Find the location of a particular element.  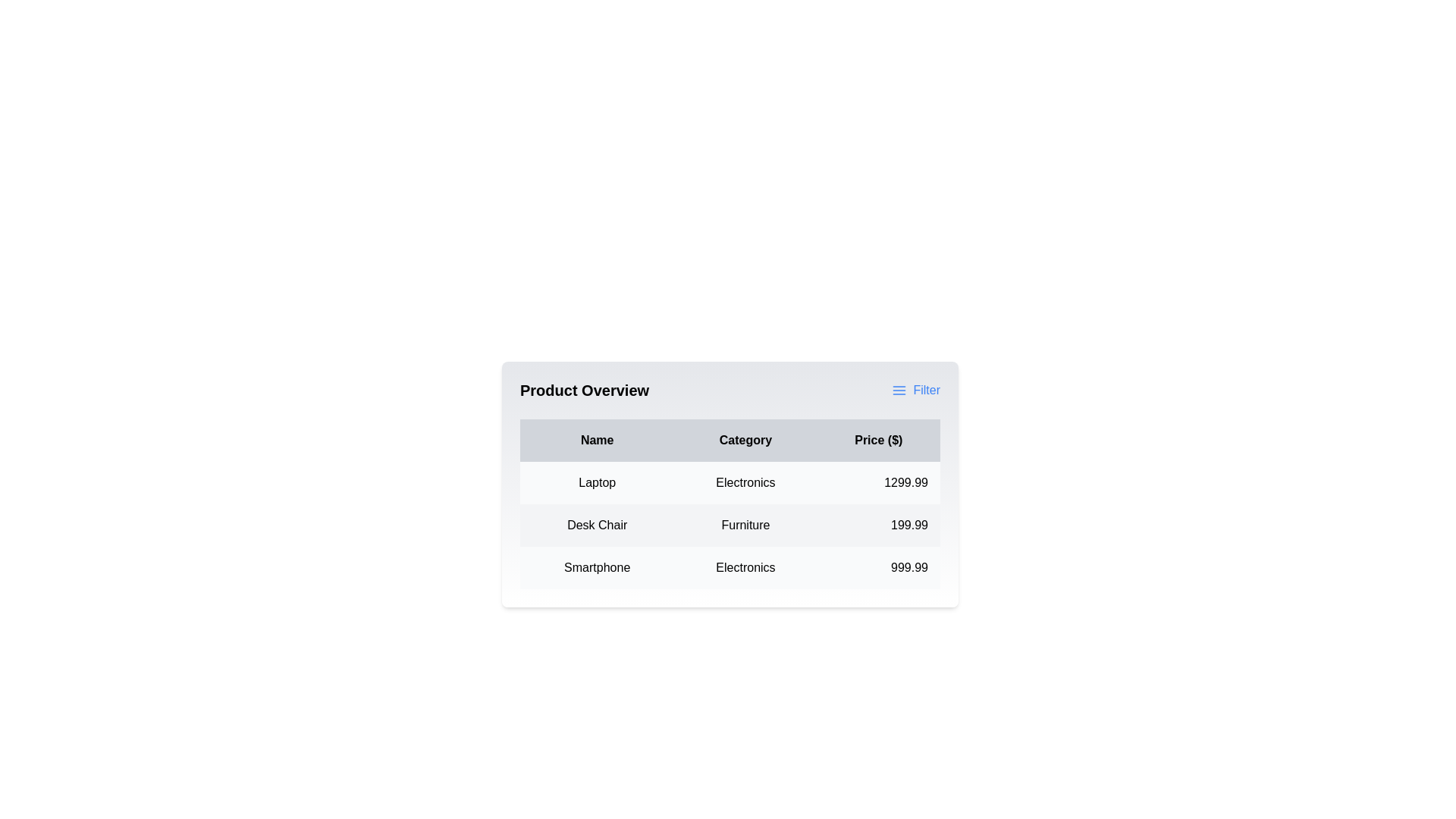

text from the column header located between the 'Name' and 'Price ($)' labels in the table is located at coordinates (745, 441).